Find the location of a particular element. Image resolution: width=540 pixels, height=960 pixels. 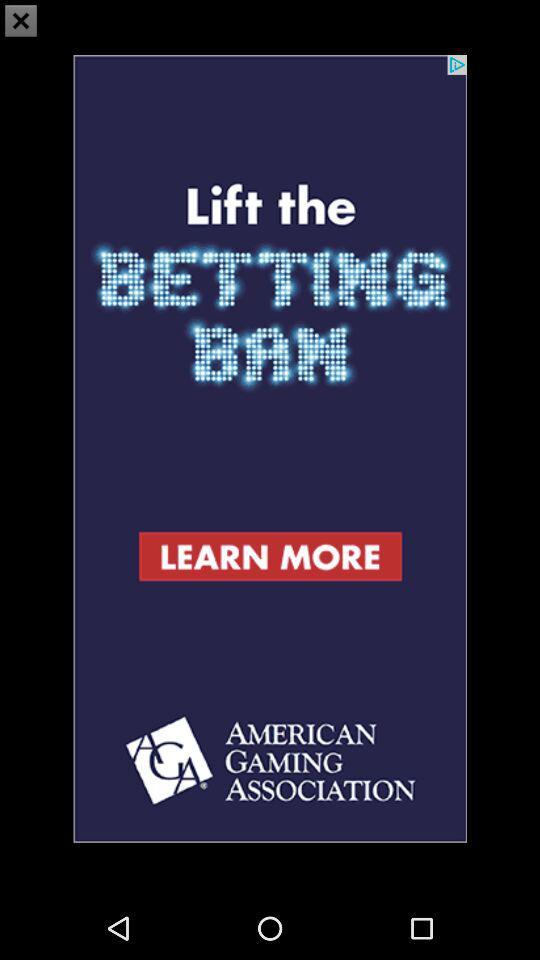

the close icon is located at coordinates (20, 21).